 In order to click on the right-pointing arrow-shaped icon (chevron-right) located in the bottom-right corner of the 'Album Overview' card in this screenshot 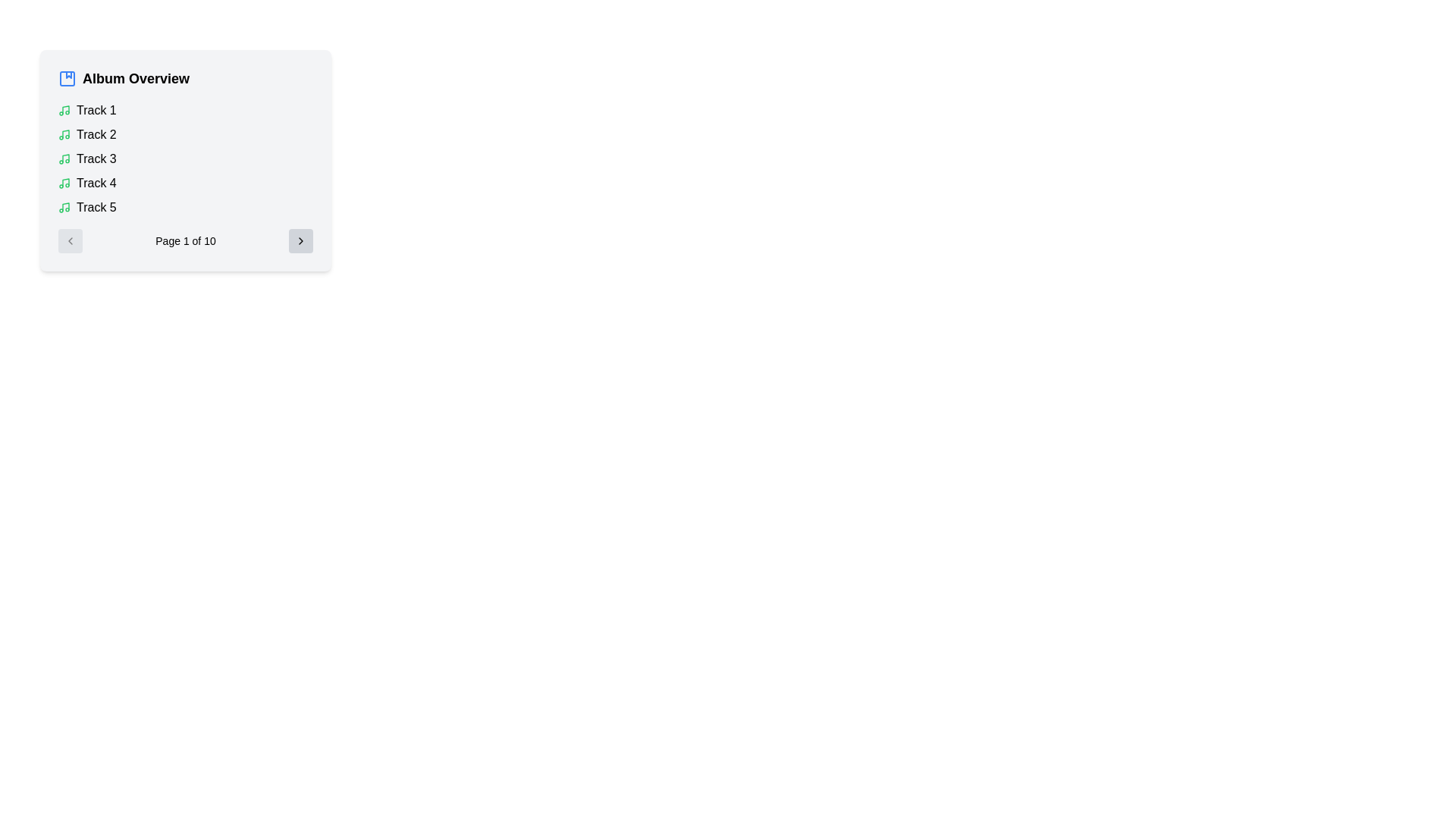, I will do `click(301, 240)`.